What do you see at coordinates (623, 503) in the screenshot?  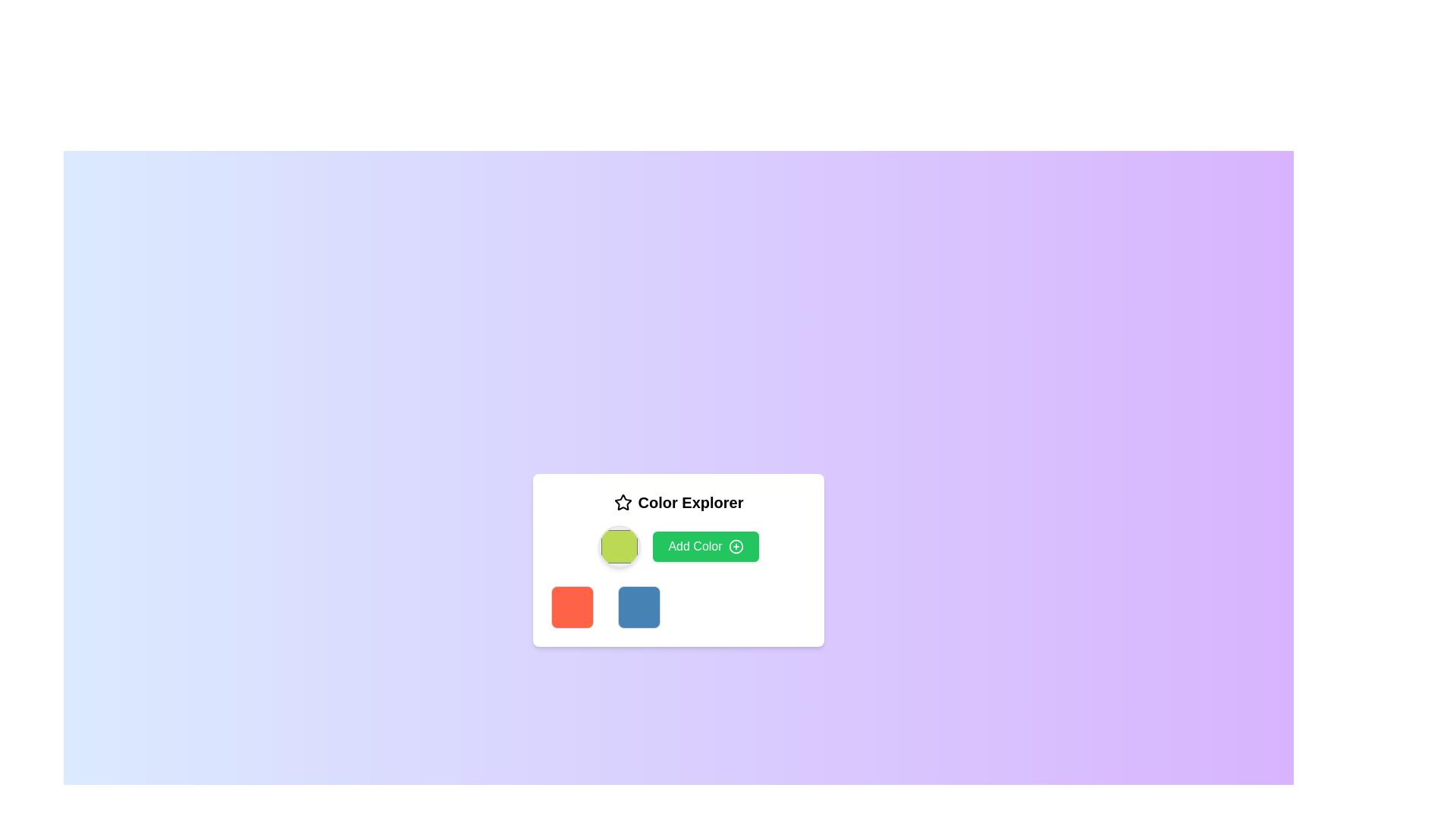 I see `the star-shaped icon with a black stroke, positioned to the left of the 'Color Explorer' text` at bounding box center [623, 503].